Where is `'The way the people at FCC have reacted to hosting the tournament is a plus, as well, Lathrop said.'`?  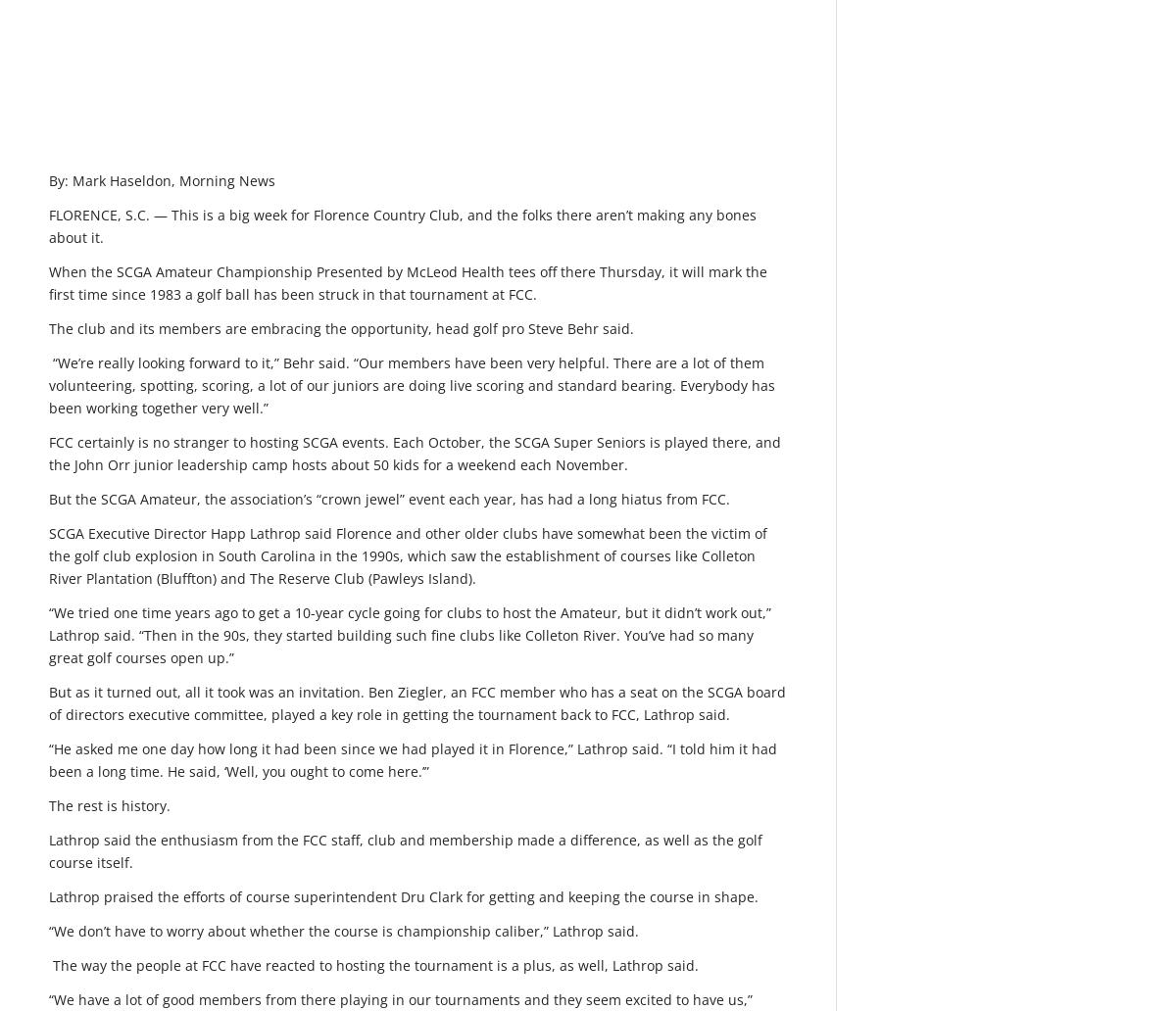 'The way the people at FCC have reacted to hosting the tournament is a plus, as well, Lathrop said.' is located at coordinates (373, 964).